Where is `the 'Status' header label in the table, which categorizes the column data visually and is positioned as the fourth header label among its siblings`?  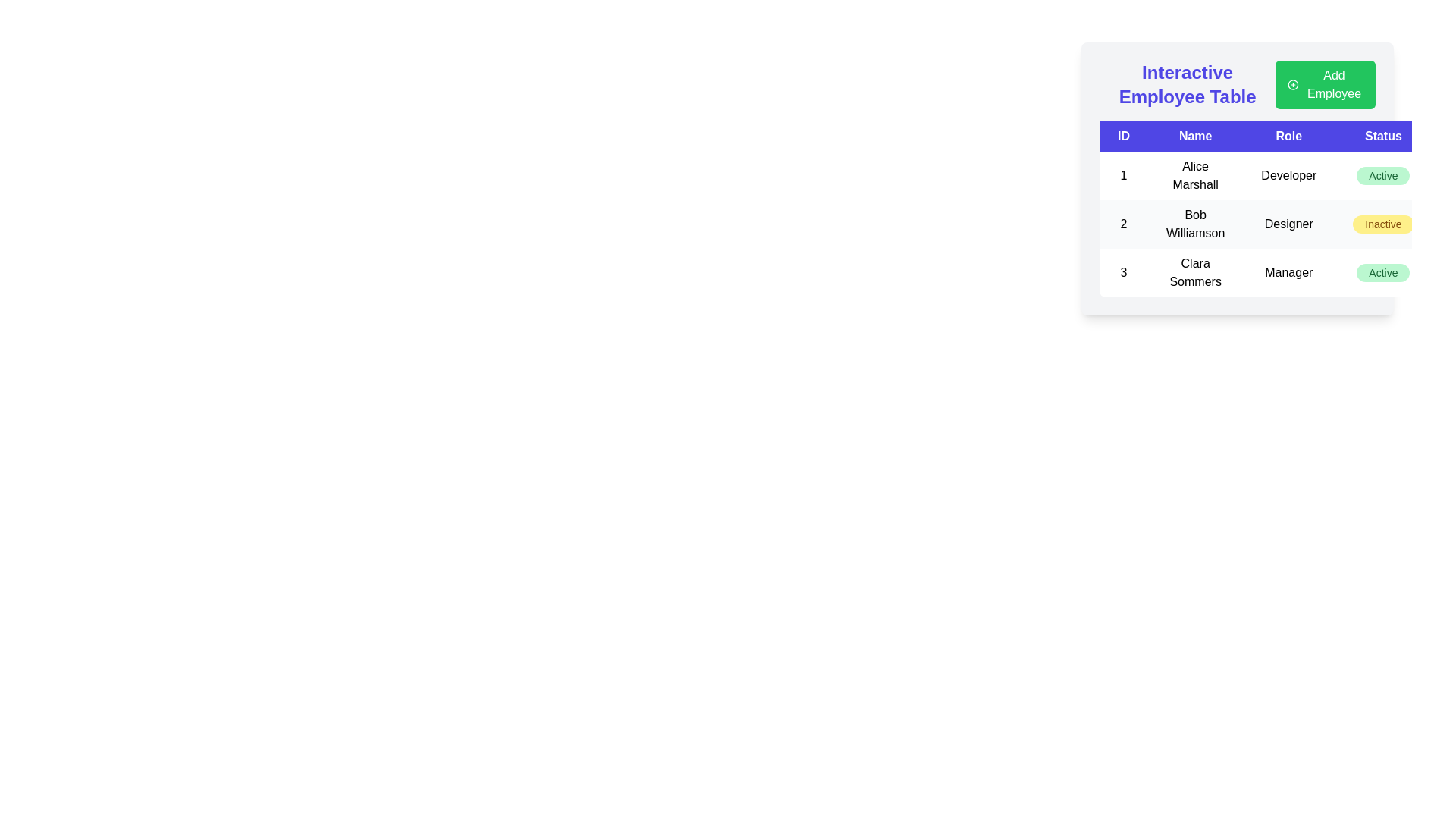 the 'Status' header label in the table, which categorizes the column data visually and is positioned as the fourth header label among its siblings is located at coordinates (1383, 136).